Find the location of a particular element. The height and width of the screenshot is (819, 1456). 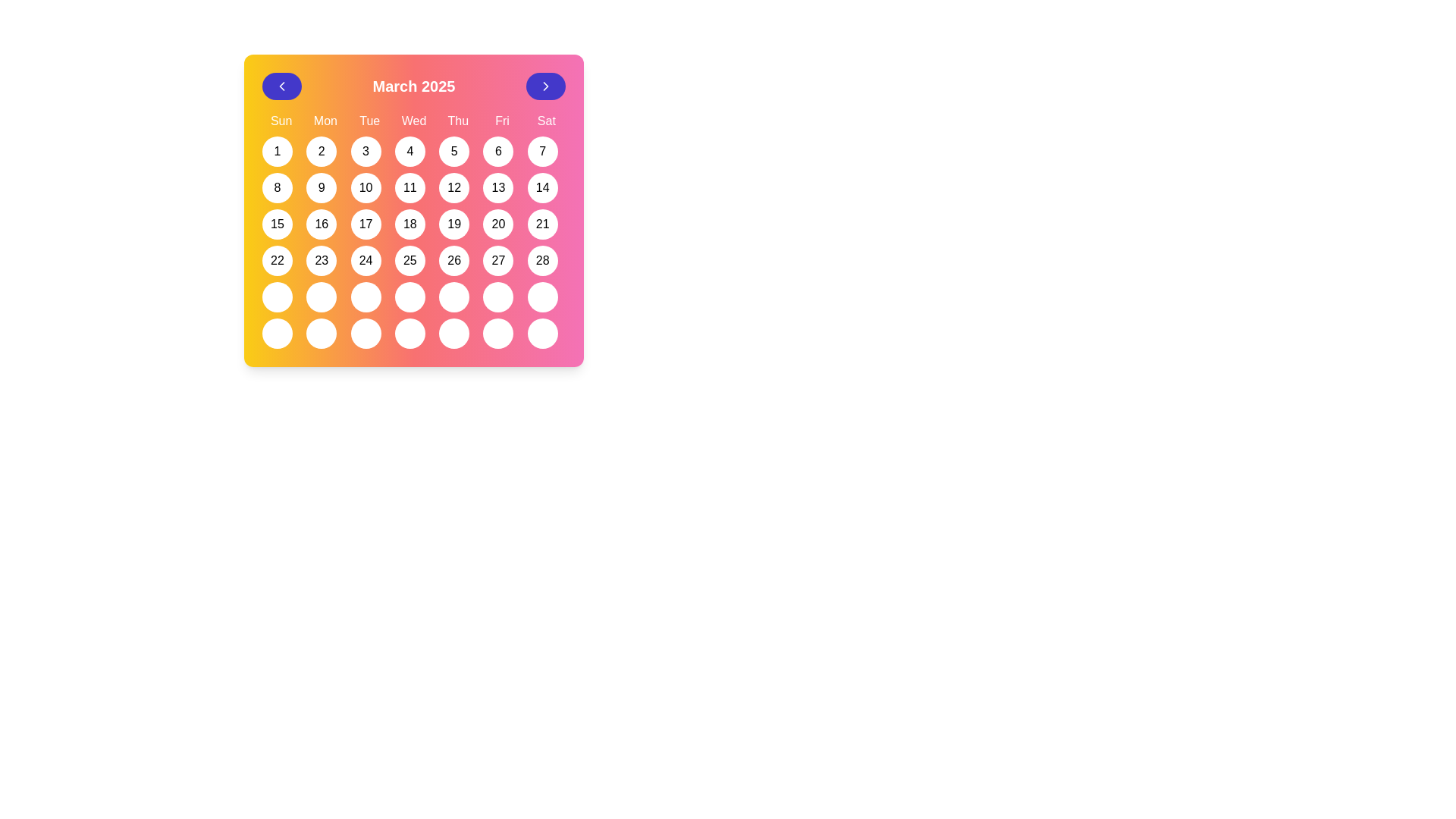

the circular white button in the last row and seventh column of the interactive calendar is located at coordinates (542, 332).